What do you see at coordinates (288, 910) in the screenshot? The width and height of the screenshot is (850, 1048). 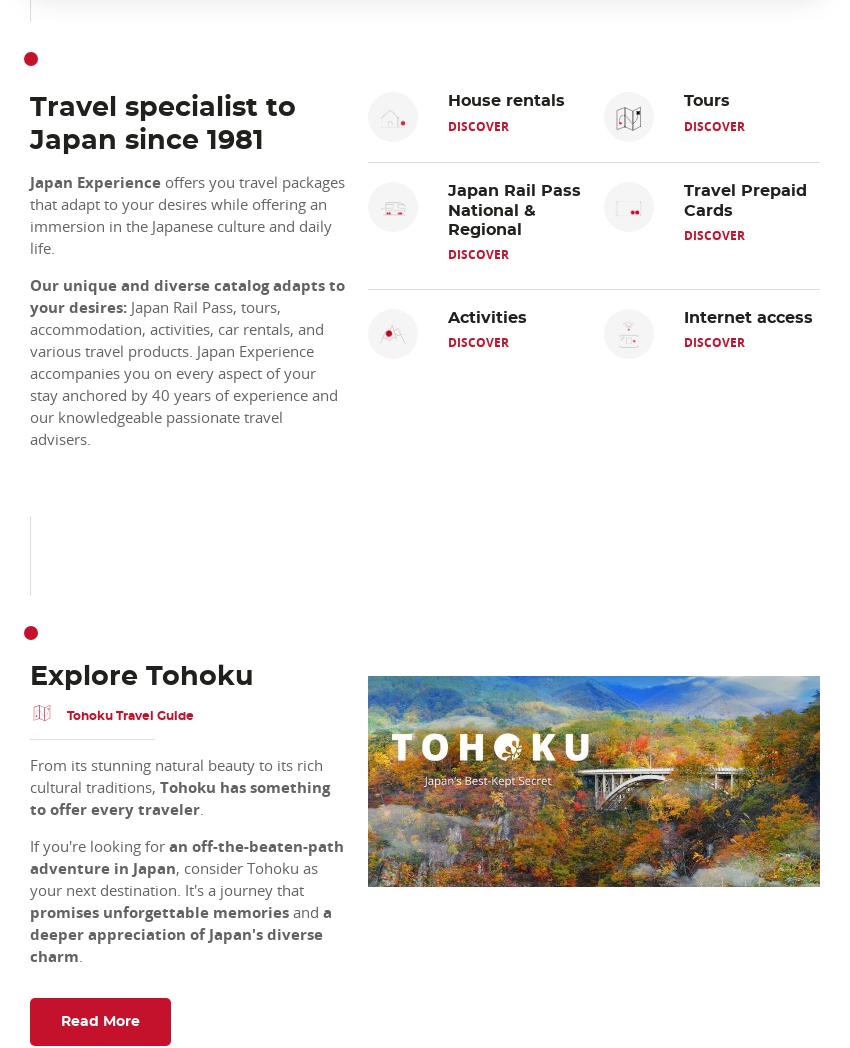 I see `'and'` at bounding box center [288, 910].